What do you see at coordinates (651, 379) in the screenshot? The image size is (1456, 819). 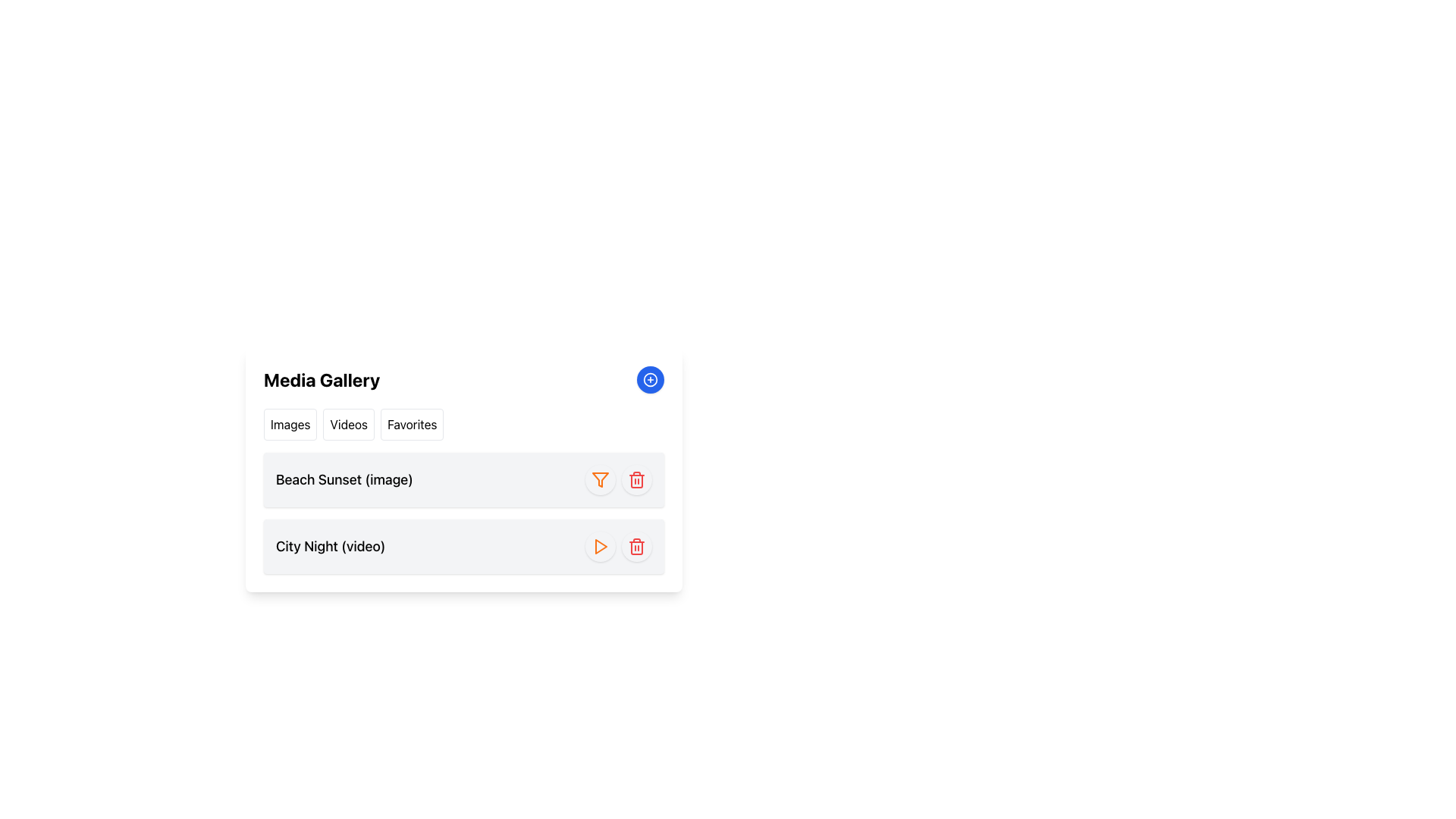 I see `the circular '+' icon located at the top-right corner of the UI` at bounding box center [651, 379].